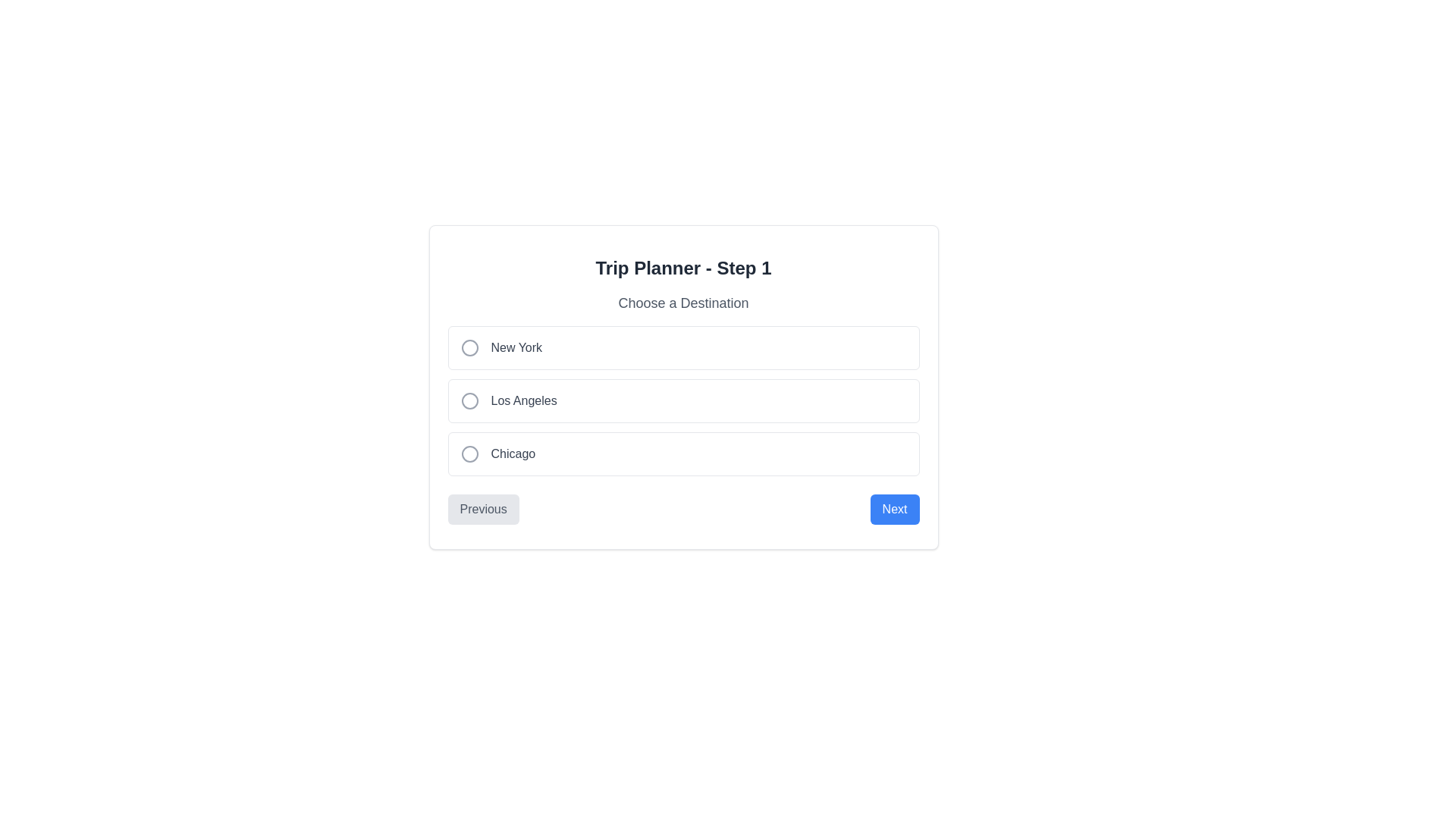 The image size is (1456, 819). Describe the element at coordinates (469, 400) in the screenshot. I see `the Radio button indicator (SVG icon) associated with 'Los Angeles', which is the second option in the group of choices located to the right of the text 'Los Angeles'` at that location.